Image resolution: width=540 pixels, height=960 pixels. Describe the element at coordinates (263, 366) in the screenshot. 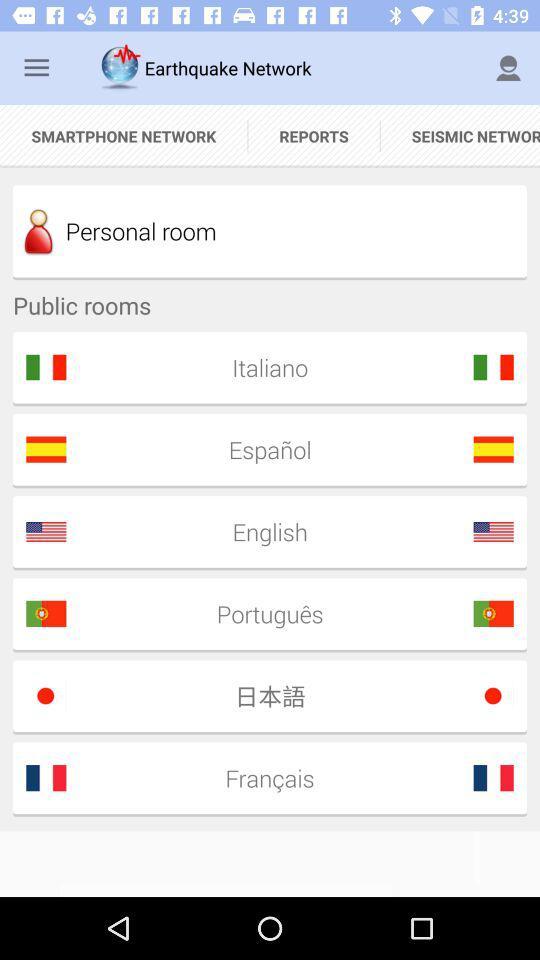

I see `italiano item` at that location.